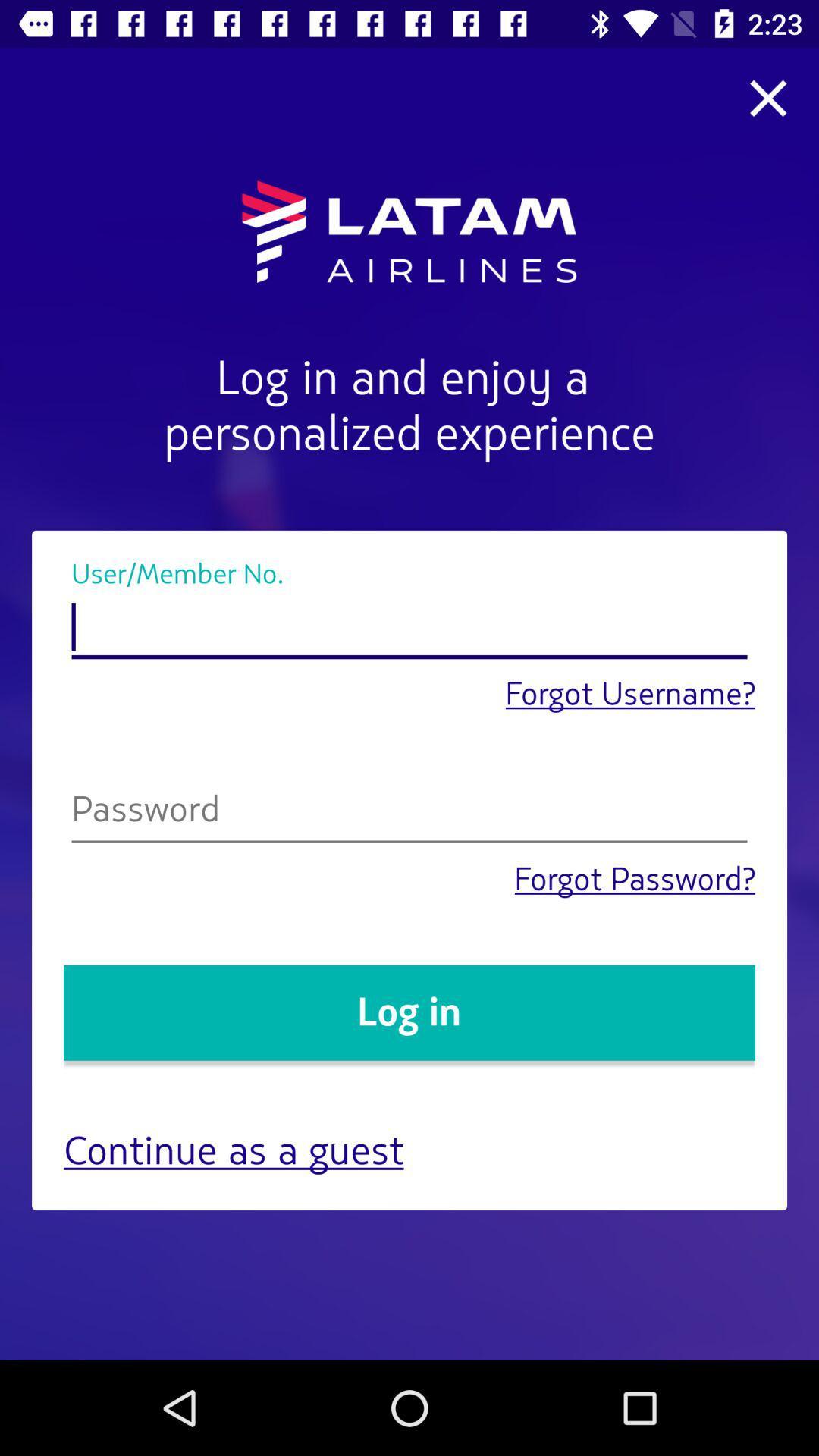 Image resolution: width=819 pixels, height=1456 pixels. I want to click on type your password, so click(409, 812).